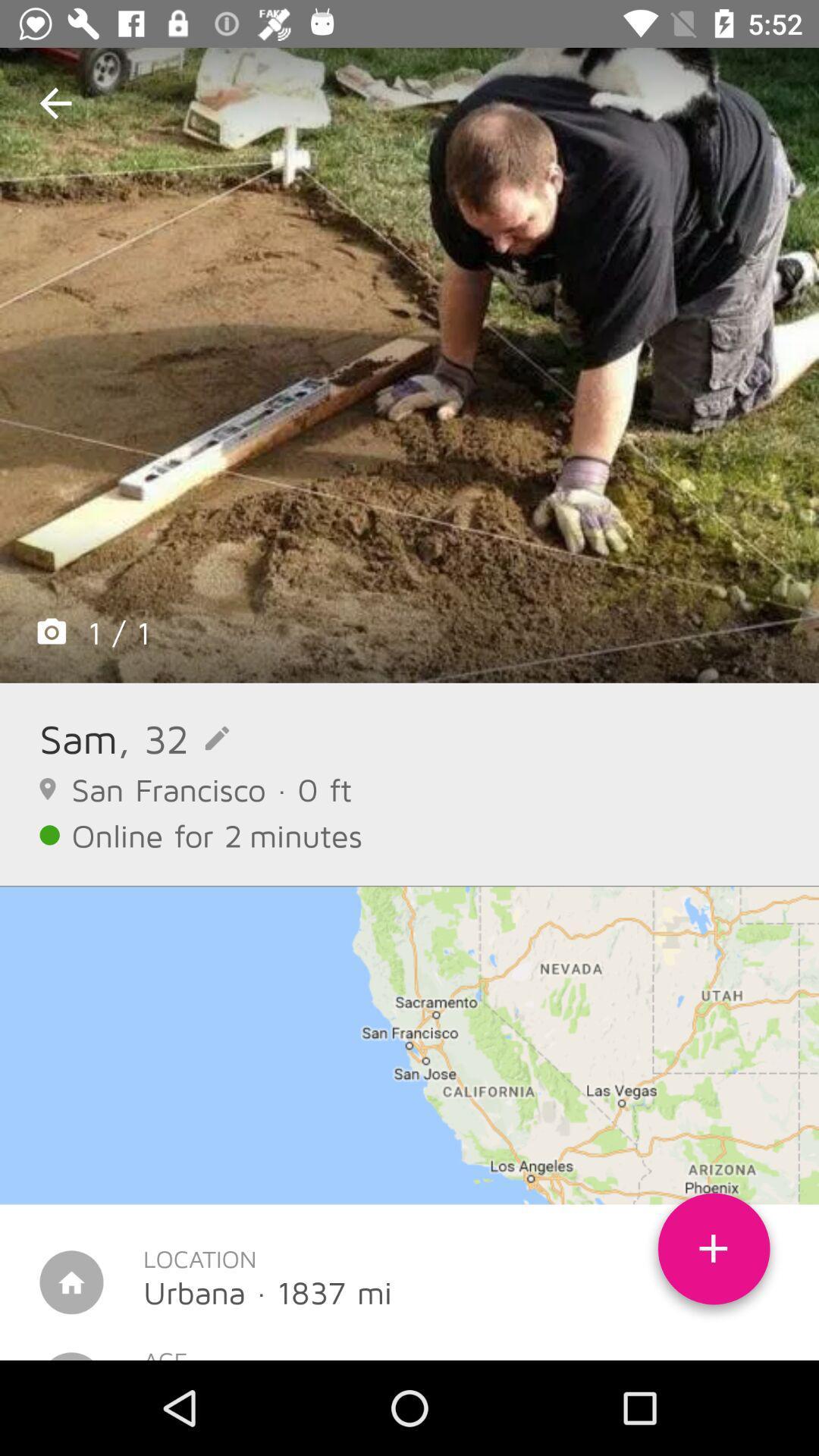  What do you see at coordinates (55, 102) in the screenshot?
I see `icon at the top left corner` at bounding box center [55, 102].